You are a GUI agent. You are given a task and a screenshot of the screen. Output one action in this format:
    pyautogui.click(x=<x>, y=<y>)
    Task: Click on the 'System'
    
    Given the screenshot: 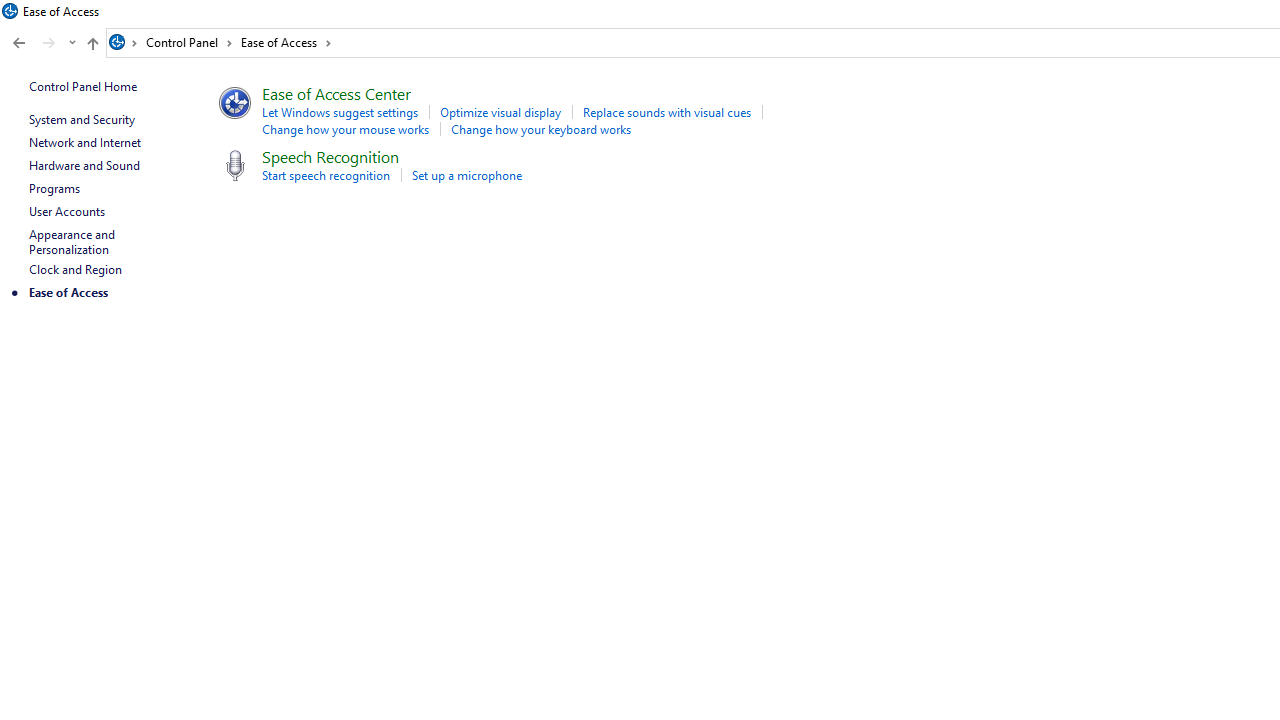 What is the action you would take?
    pyautogui.click(x=10, y=11)
    